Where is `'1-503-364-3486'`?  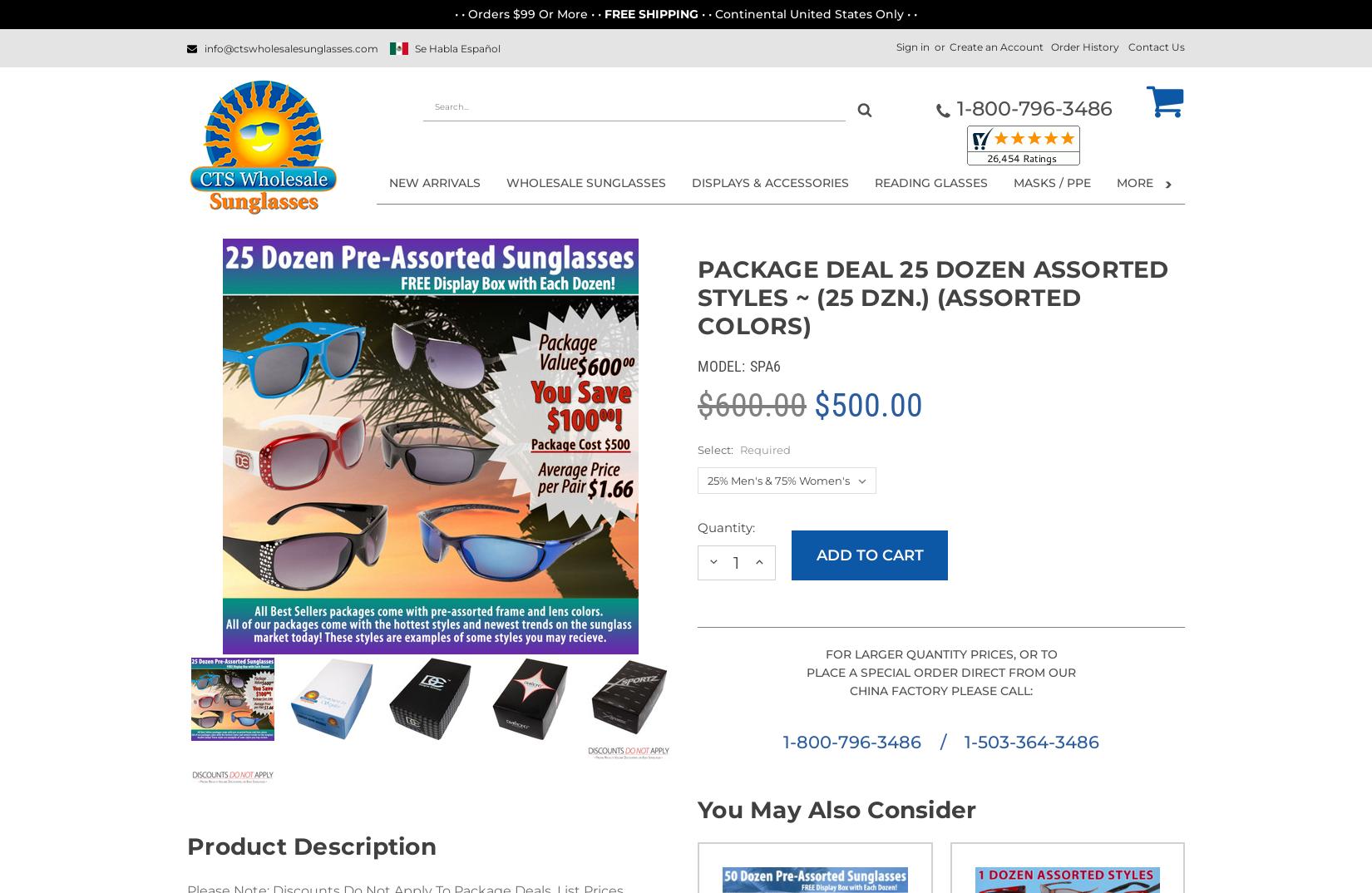
'1-503-364-3486' is located at coordinates (1029, 741).